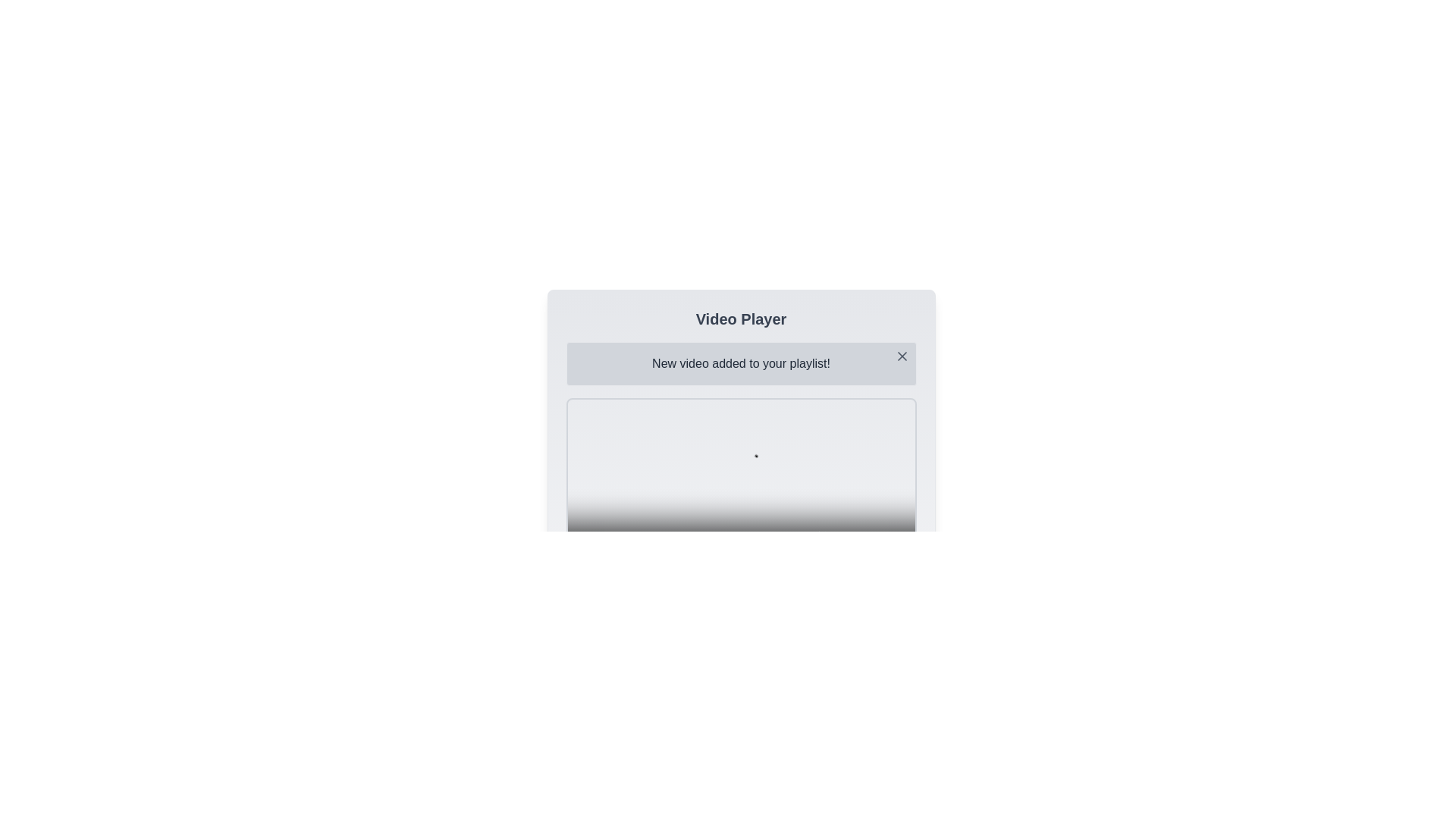 This screenshot has height=819, width=1456. Describe the element at coordinates (902, 356) in the screenshot. I see `the close button located in the top-right corner of the notification box that dismisses the notification with the text 'New video added to your playlist!'` at that location.